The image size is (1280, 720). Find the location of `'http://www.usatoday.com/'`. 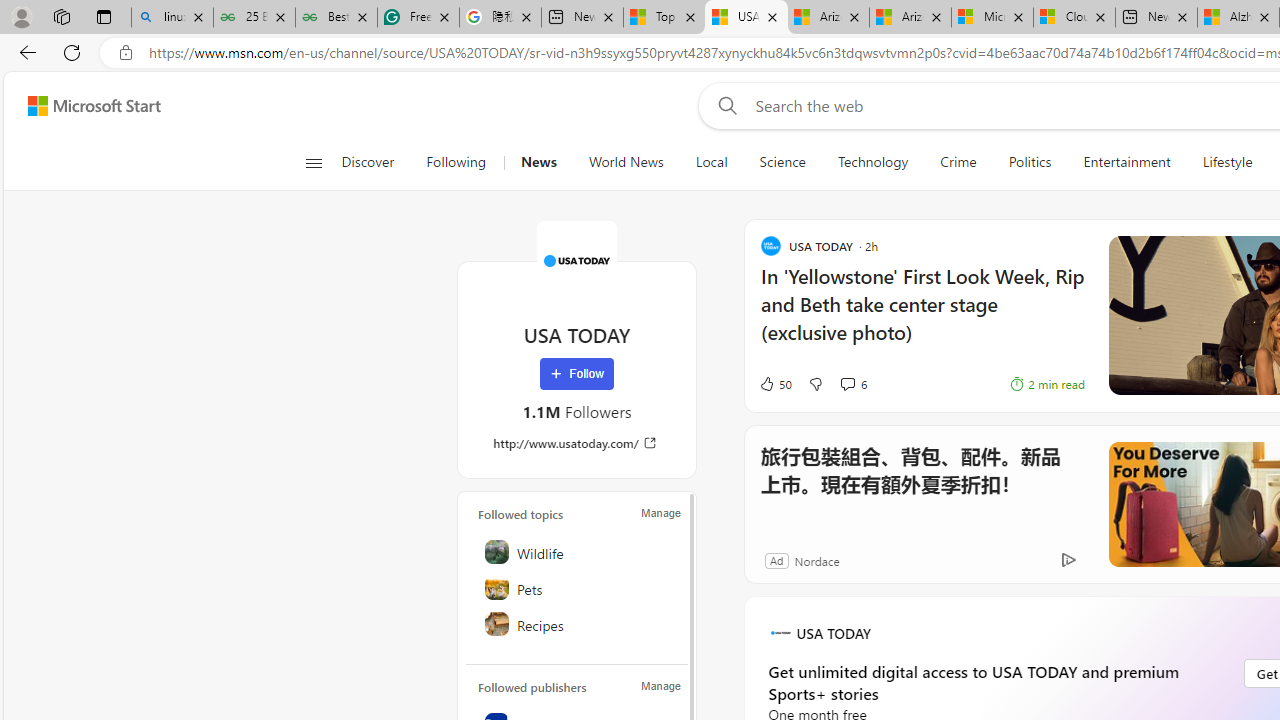

'http://www.usatoday.com/' is located at coordinates (575, 442).